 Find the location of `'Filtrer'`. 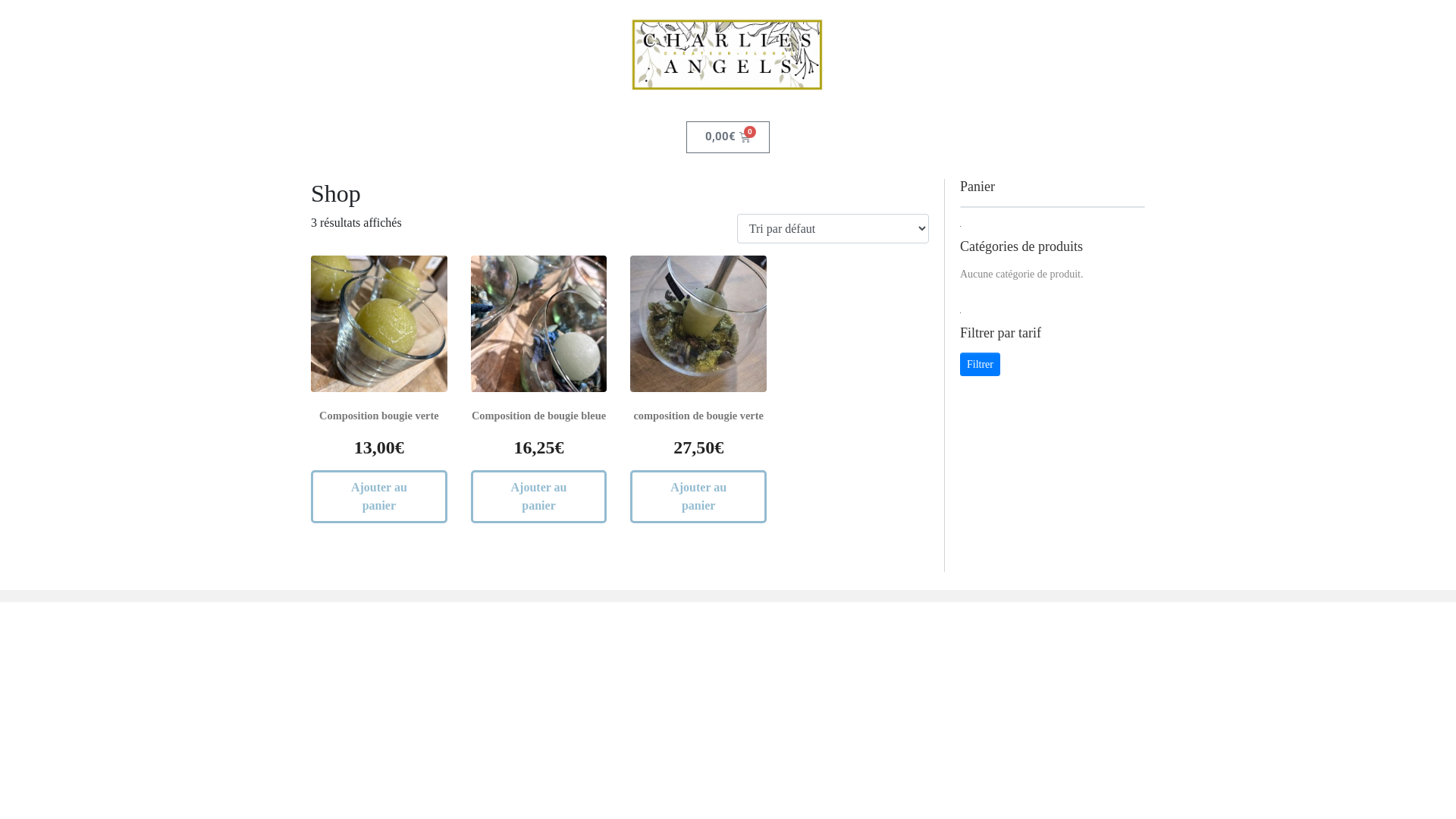

'Filtrer' is located at coordinates (980, 364).